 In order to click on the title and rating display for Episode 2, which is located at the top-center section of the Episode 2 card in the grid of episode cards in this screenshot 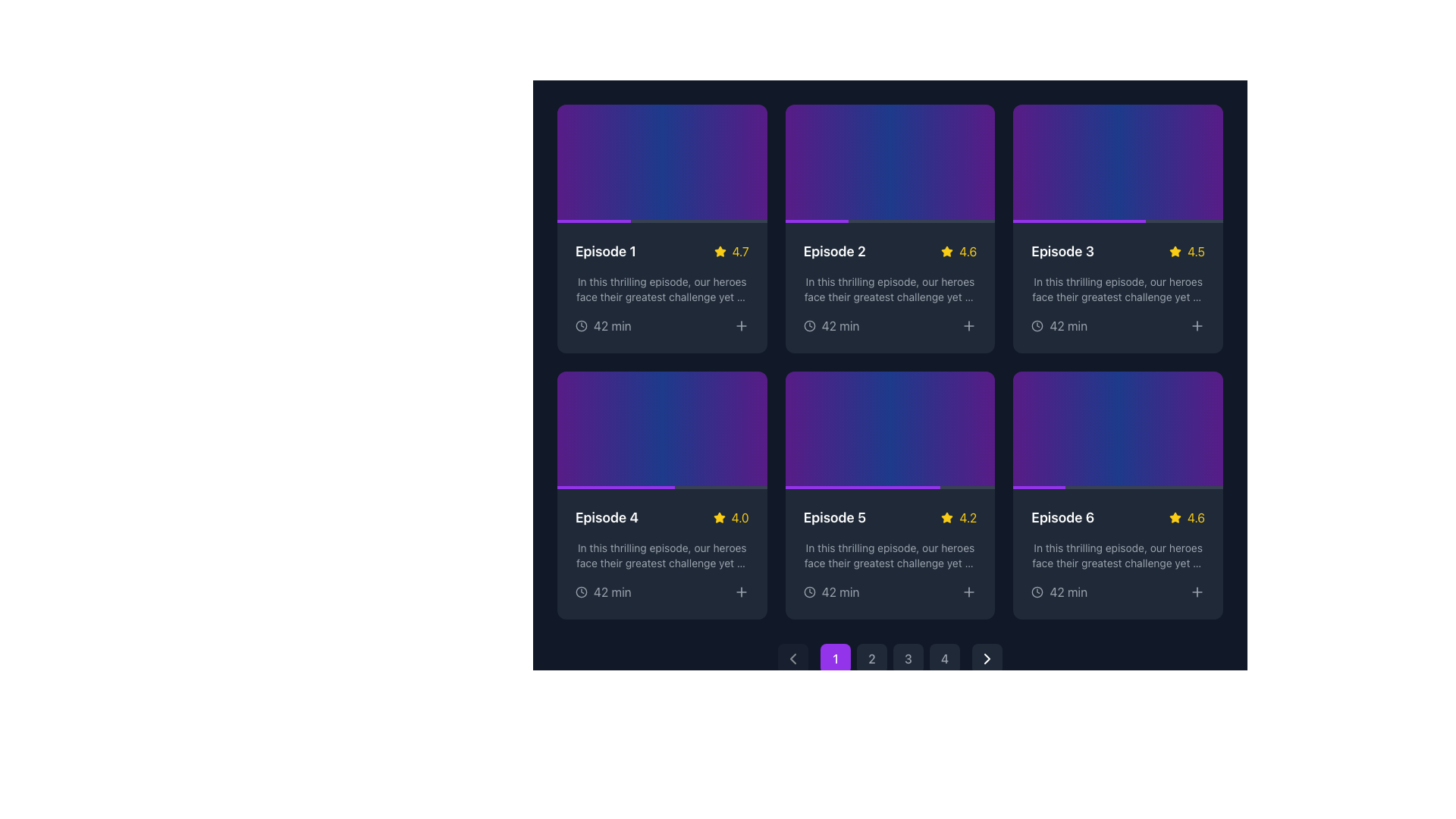, I will do `click(890, 250)`.